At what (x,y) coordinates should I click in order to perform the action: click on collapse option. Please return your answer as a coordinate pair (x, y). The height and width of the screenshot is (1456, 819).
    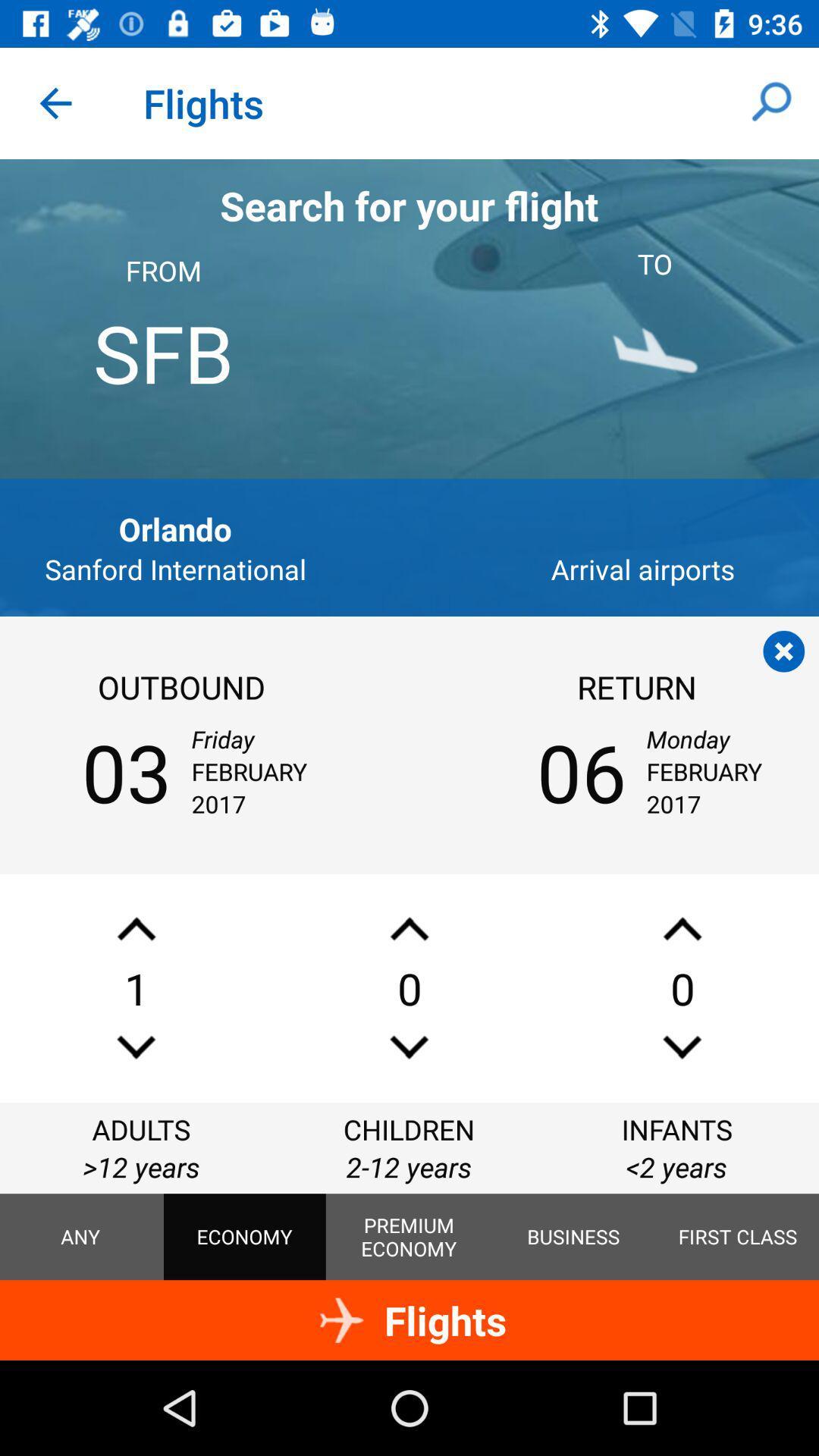
    Looking at the image, I should click on (783, 651).